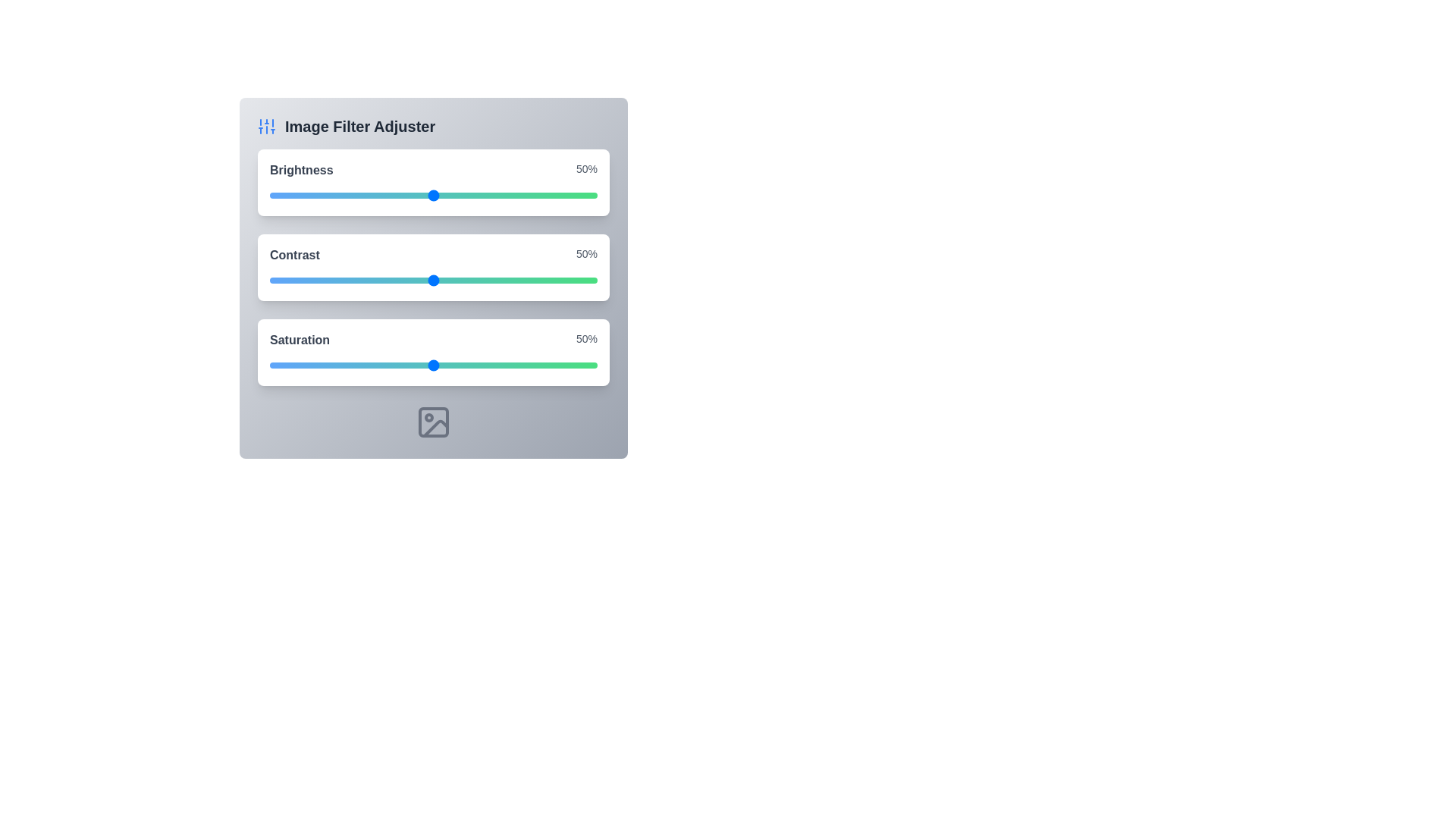  I want to click on the brightness slider to 27%, so click(357, 195).